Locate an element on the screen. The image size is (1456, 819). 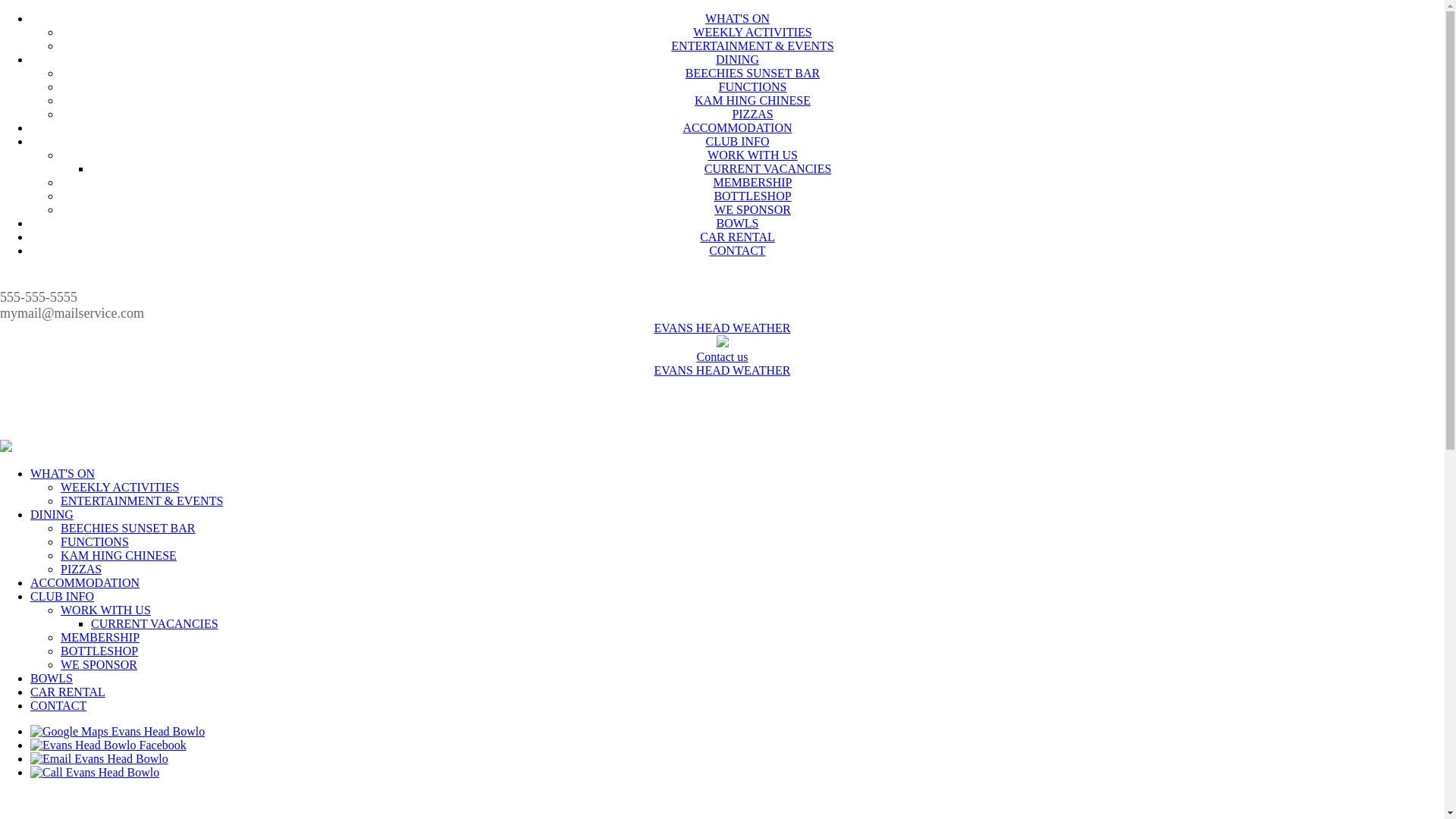
'ENTERTAINMENT & EVENTS' is located at coordinates (142, 500).